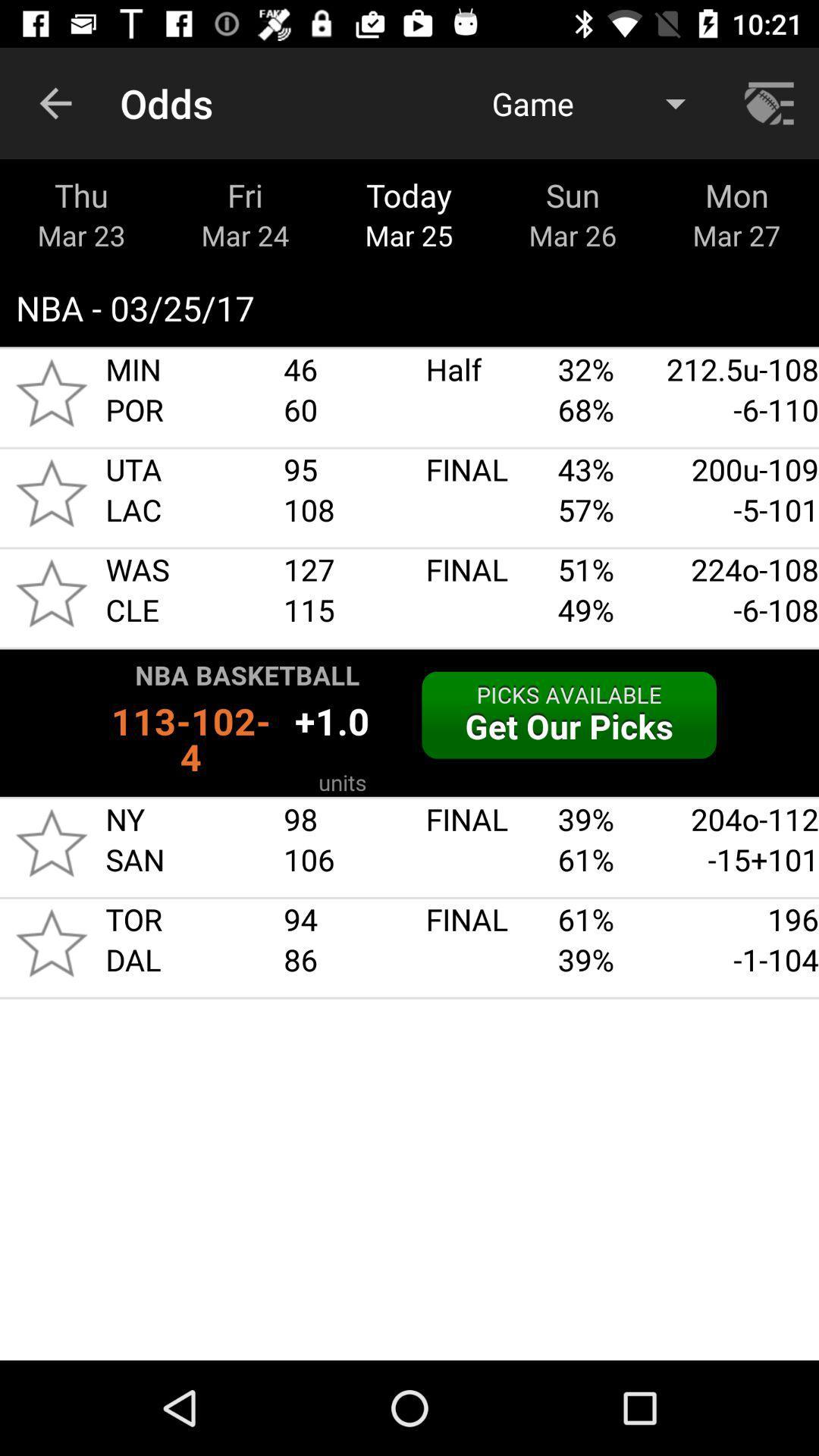  I want to click on announcement, so click(409, 722).